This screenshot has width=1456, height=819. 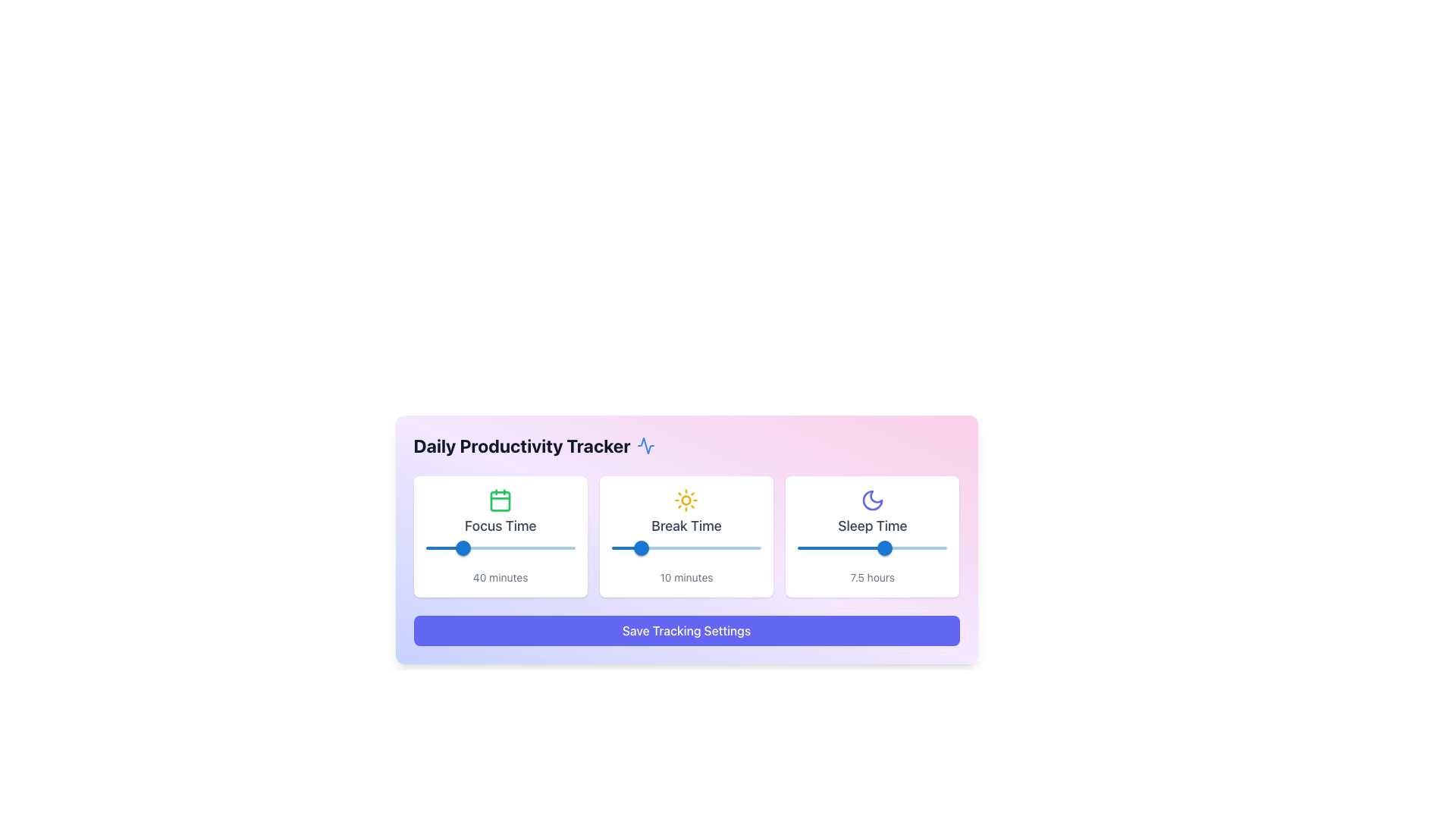 I want to click on the SVG graphic of the activity waveform icon styled in blue, located to the left of the text 'Daily Productivity Tracker', so click(x=645, y=444).